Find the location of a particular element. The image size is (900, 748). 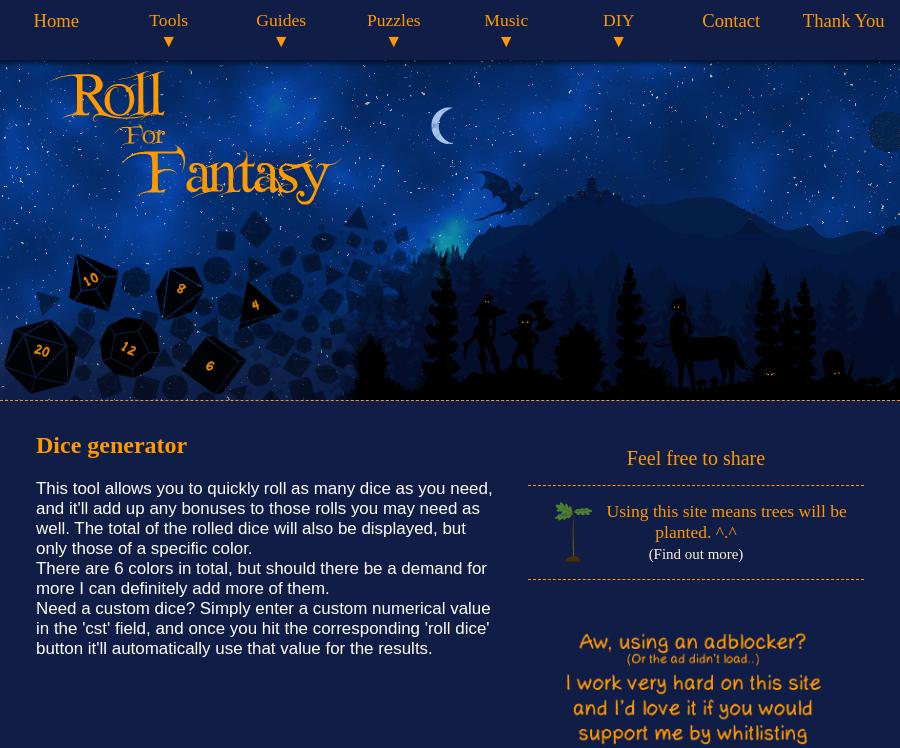

'Tools' is located at coordinates (168, 19).